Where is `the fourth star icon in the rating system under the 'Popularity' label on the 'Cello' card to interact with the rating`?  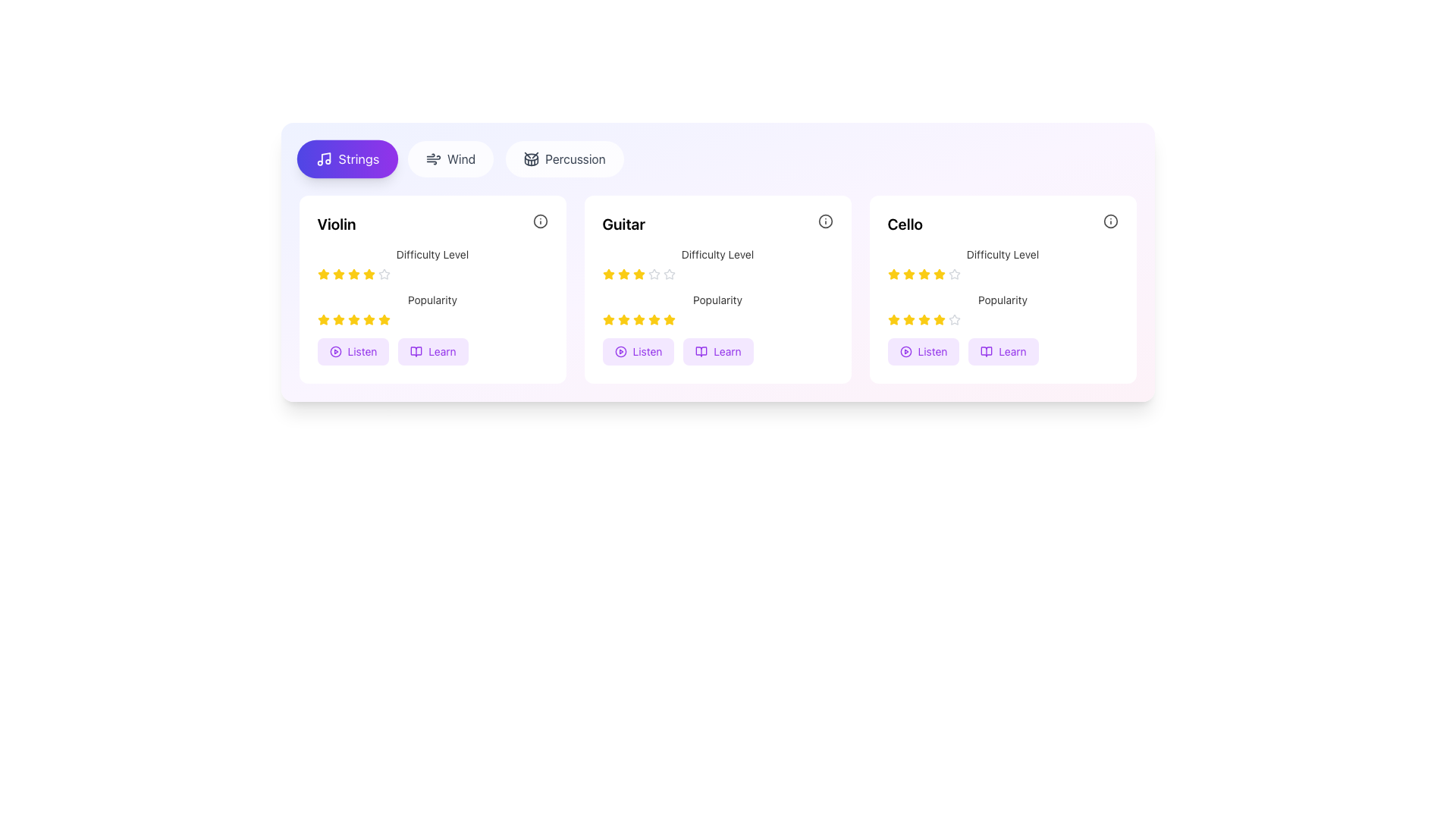 the fourth star icon in the rating system under the 'Popularity' label on the 'Cello' card to interact with the rating is located at coordinates (923, 318).